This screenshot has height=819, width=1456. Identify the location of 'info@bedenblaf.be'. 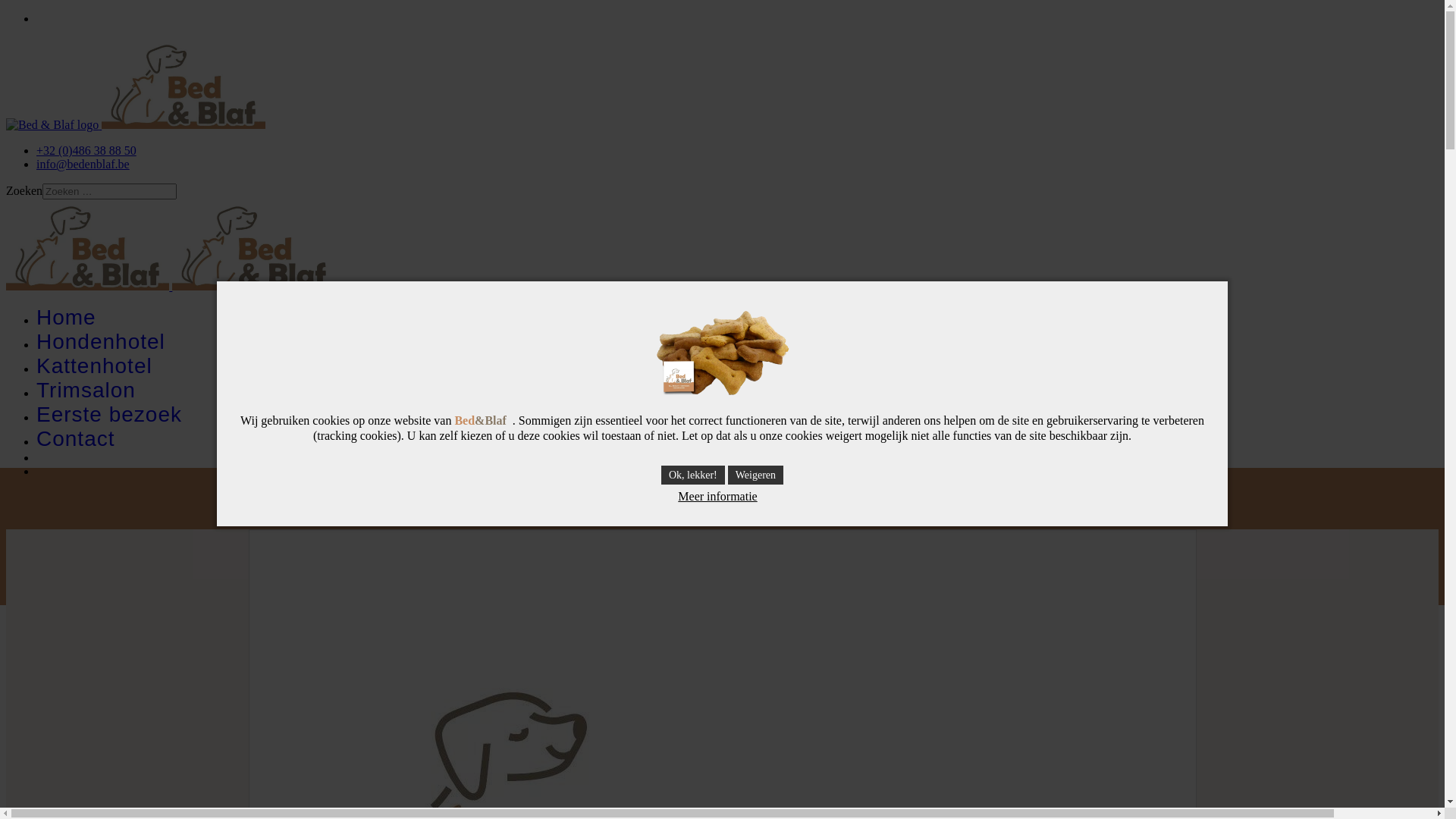
(82, 164).